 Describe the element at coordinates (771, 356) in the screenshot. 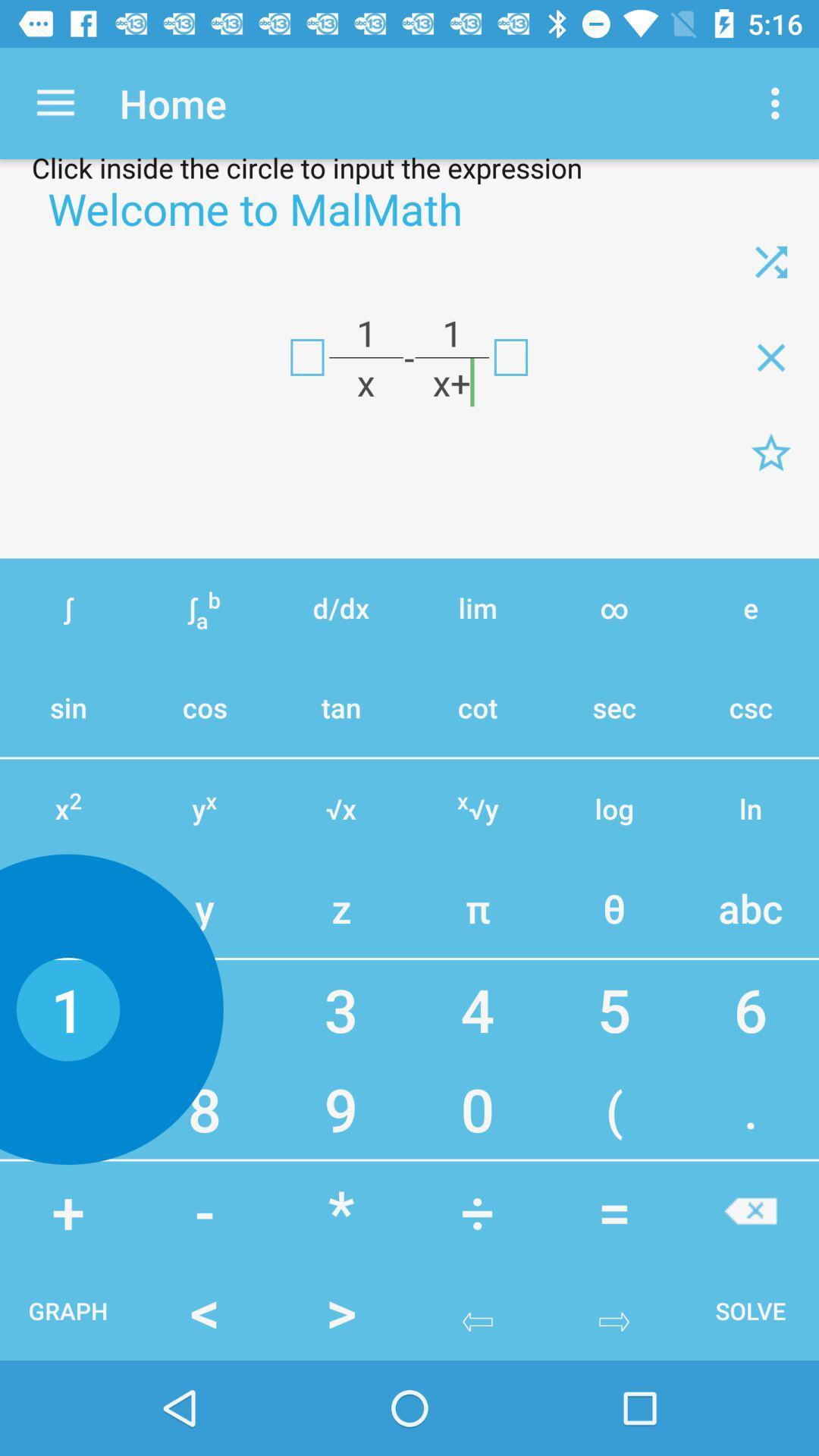

I see `multiplecation` at that location.